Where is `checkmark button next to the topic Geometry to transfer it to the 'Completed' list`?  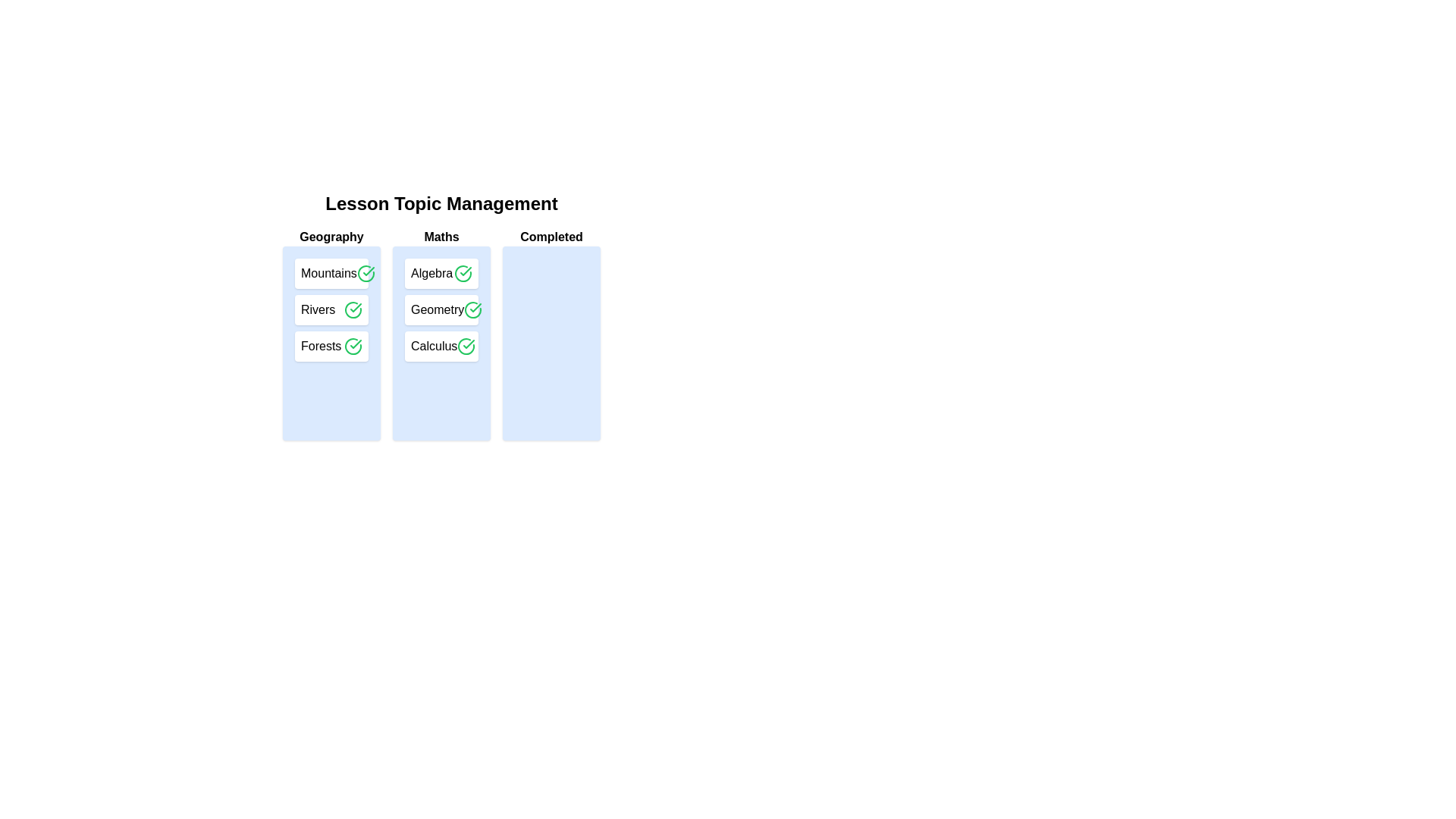
checkmark button next to the topic Geometry to transfer it to the 'Completed' list is located at coordinates (472, 309).